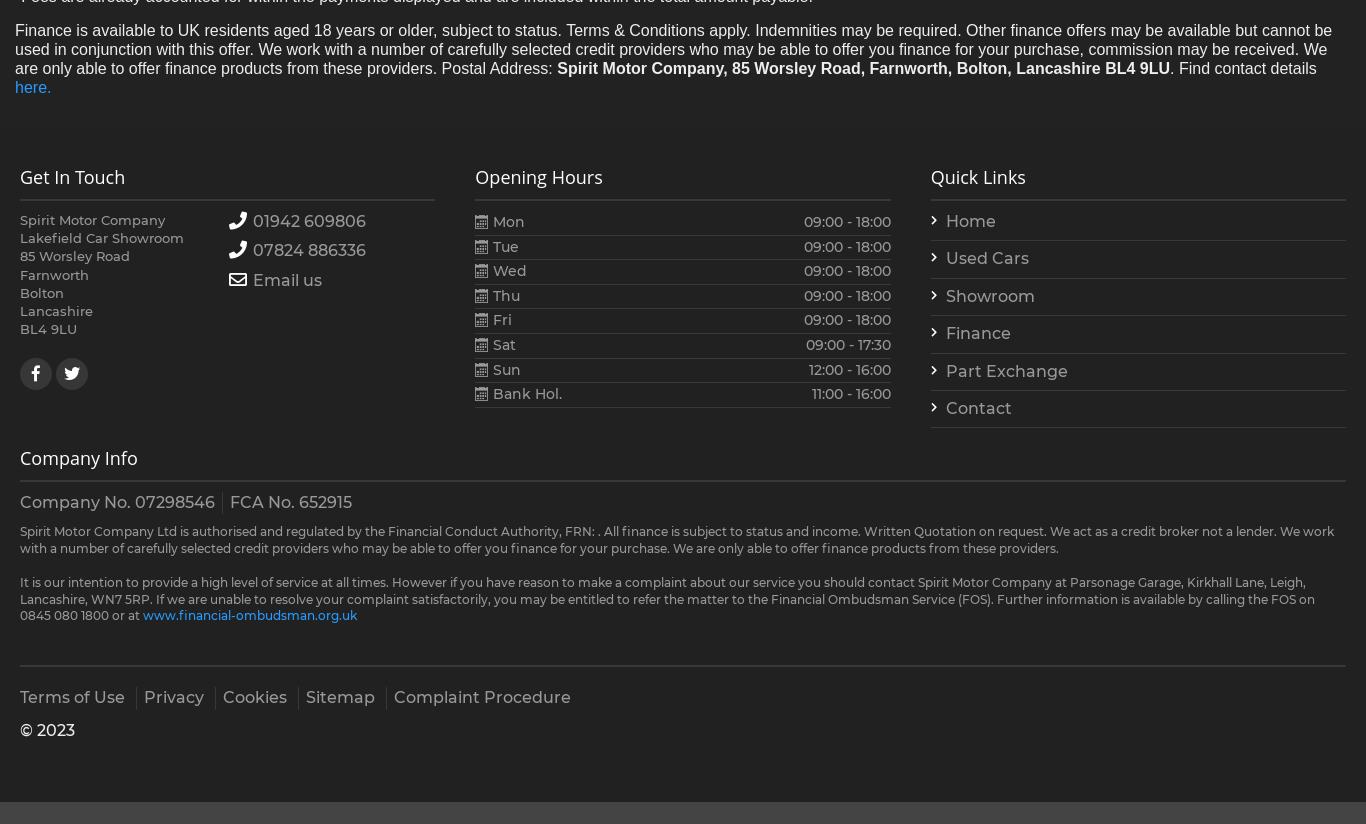  Describe the element at coordinates (249, 615) in the screenshot. I see `'www.financial-ombudsman.org.uk'` at that location.